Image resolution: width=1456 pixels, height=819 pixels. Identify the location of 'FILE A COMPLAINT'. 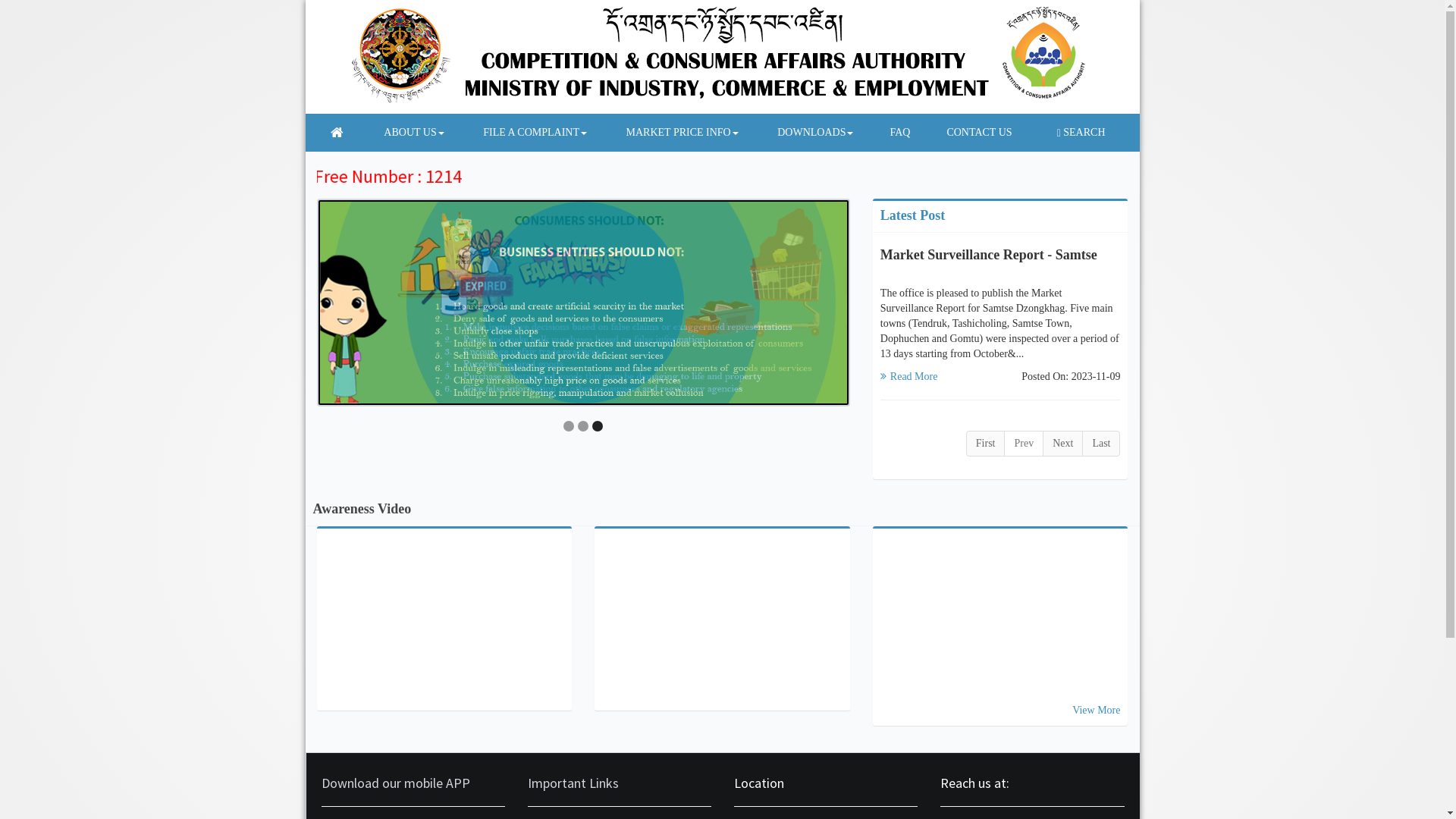
(527, 131).